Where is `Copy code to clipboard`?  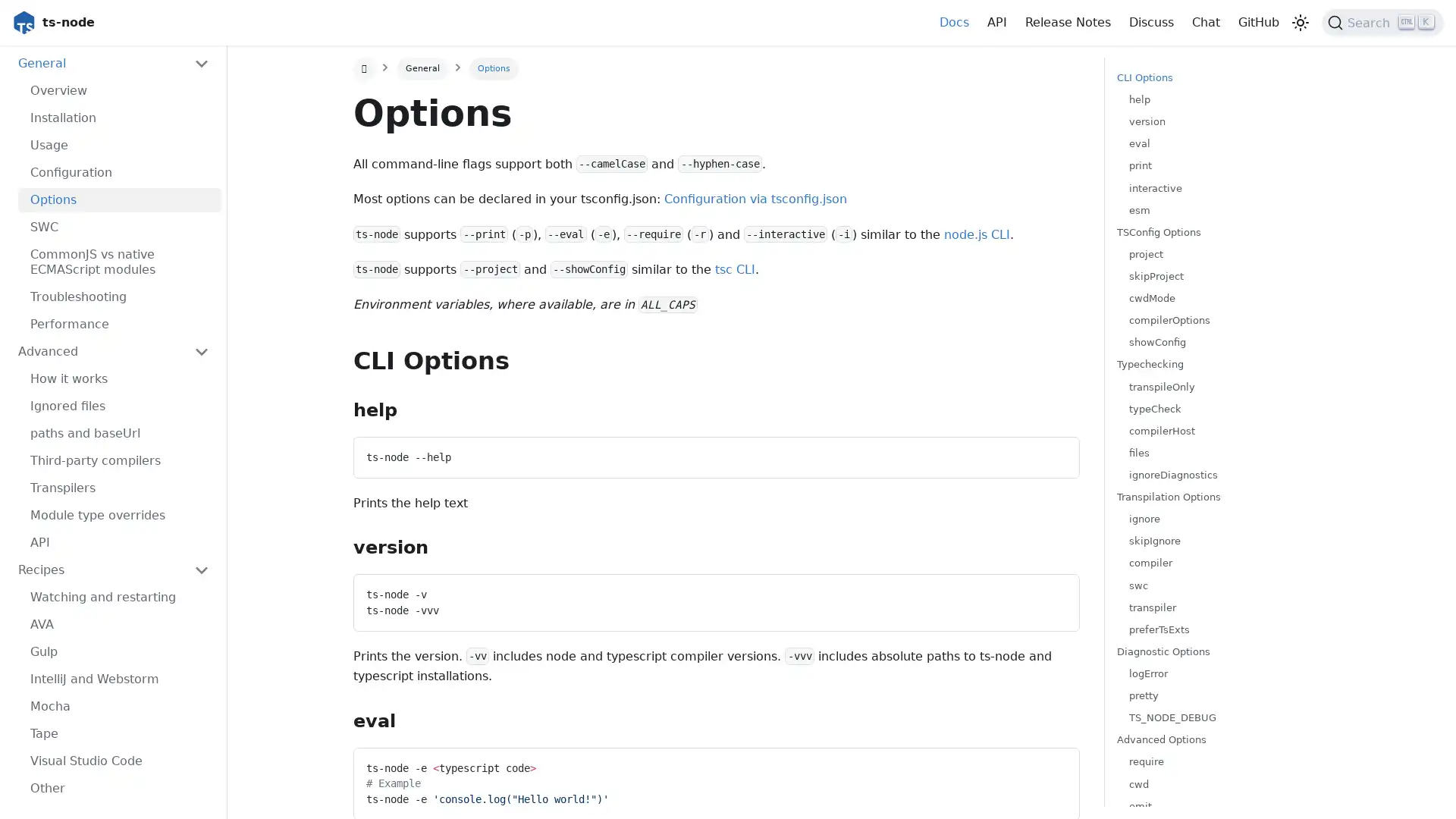
Copy code to clipboard is located at coordinates (1053, 452).